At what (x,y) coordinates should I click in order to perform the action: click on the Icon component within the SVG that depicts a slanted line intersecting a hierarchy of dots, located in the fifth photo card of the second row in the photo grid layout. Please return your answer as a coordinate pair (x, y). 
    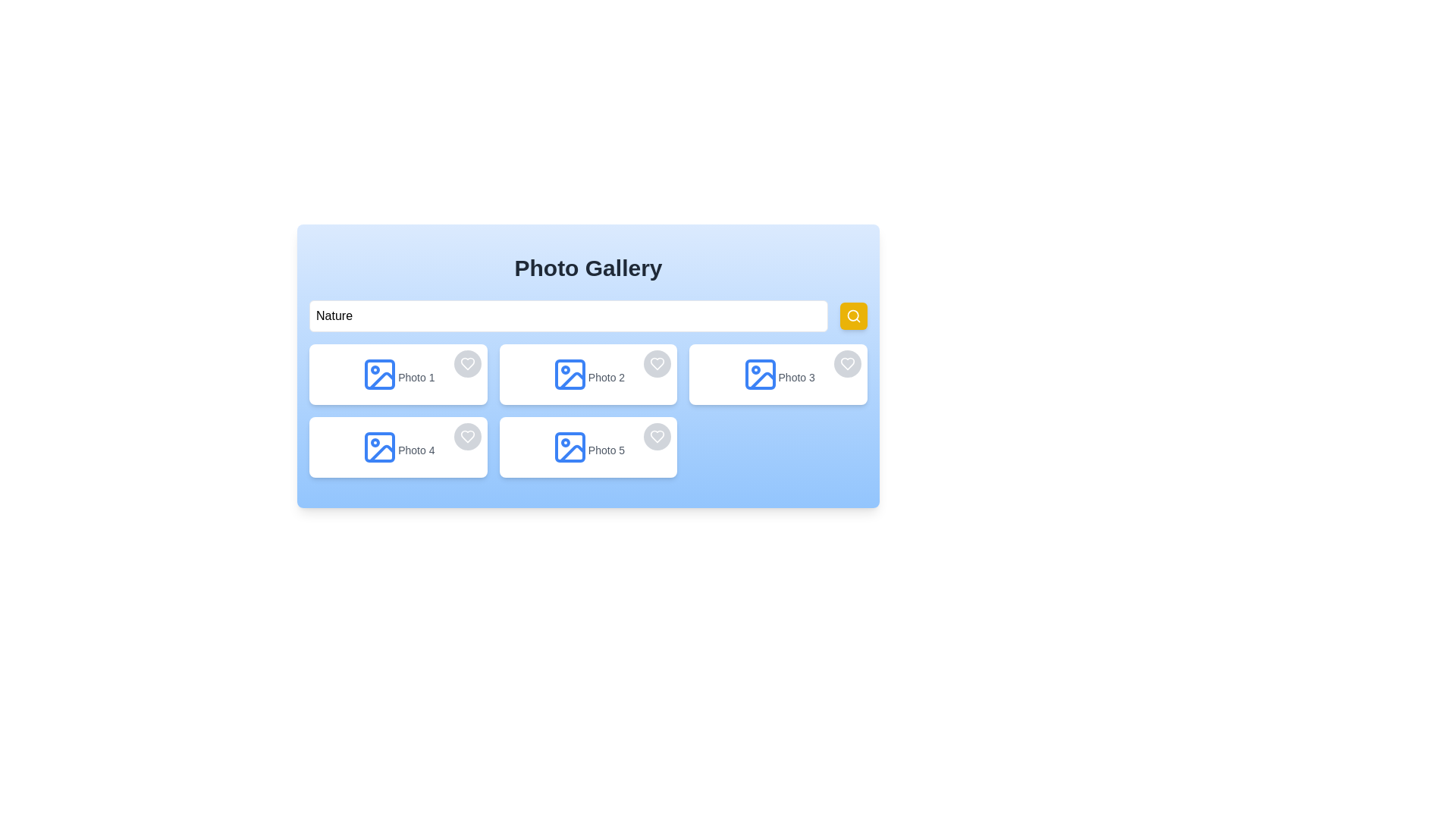
    Looking at the image, I should click on (571, 453).